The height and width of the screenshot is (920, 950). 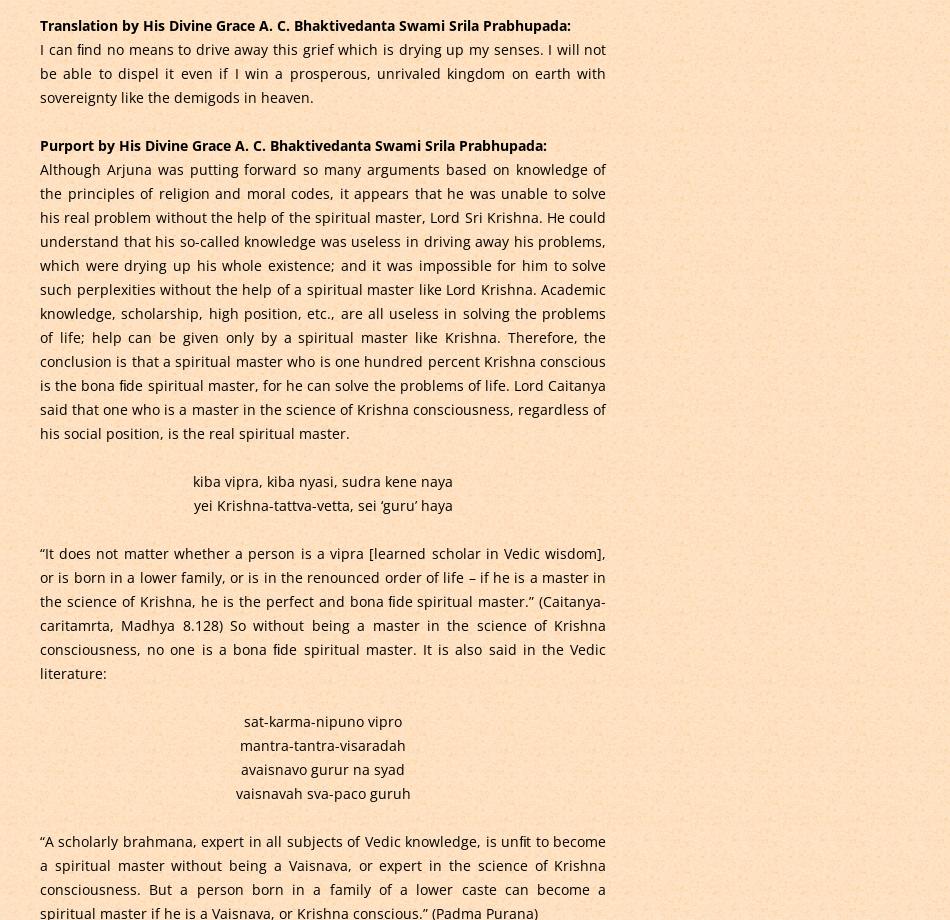 What do you see at coordinates (321, 792) in the screenshot?
I see `'vaisnavah sva-paco guruh'` at bounding box center [321, 792].